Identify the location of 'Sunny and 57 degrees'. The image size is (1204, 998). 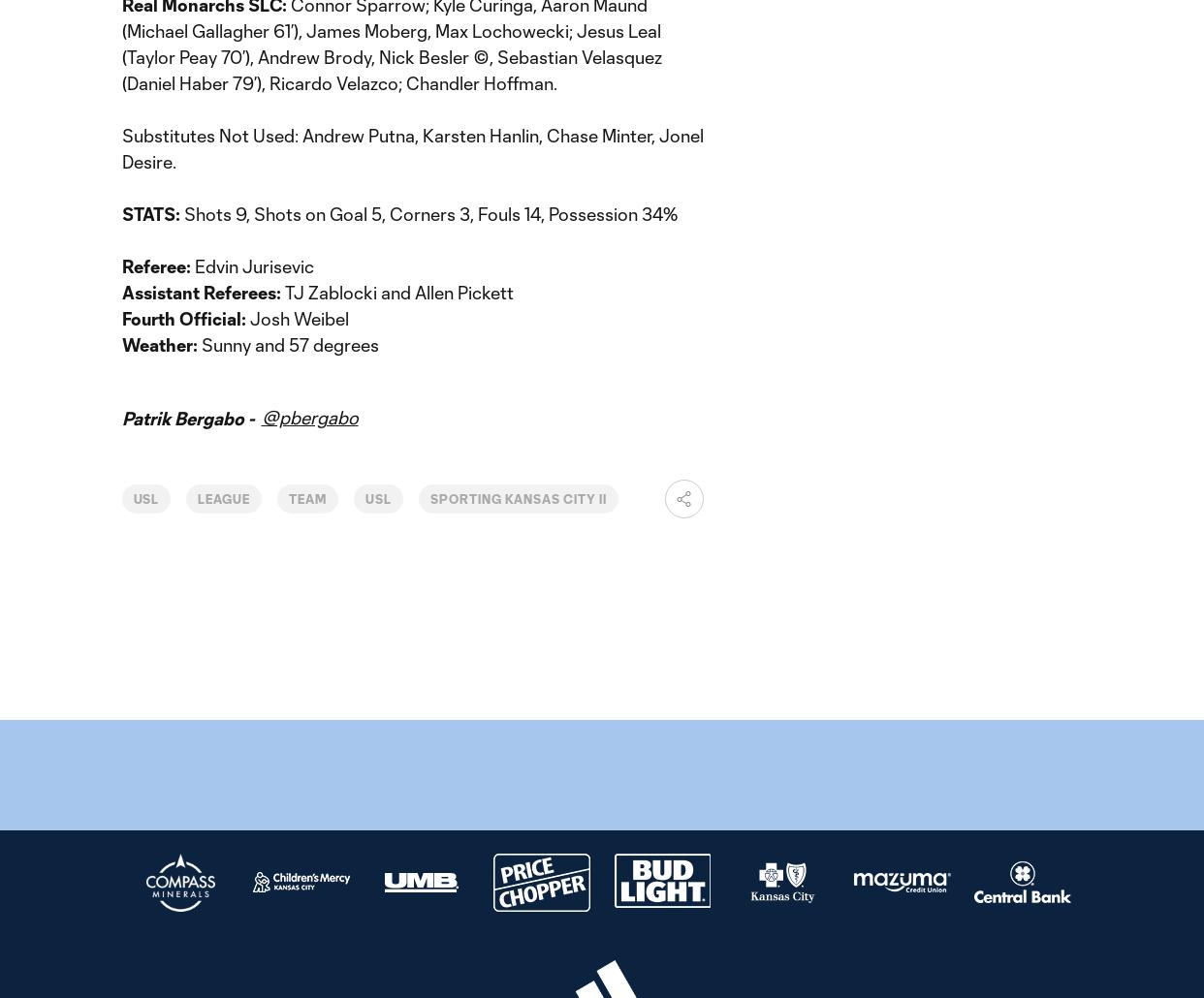
(201, 344).